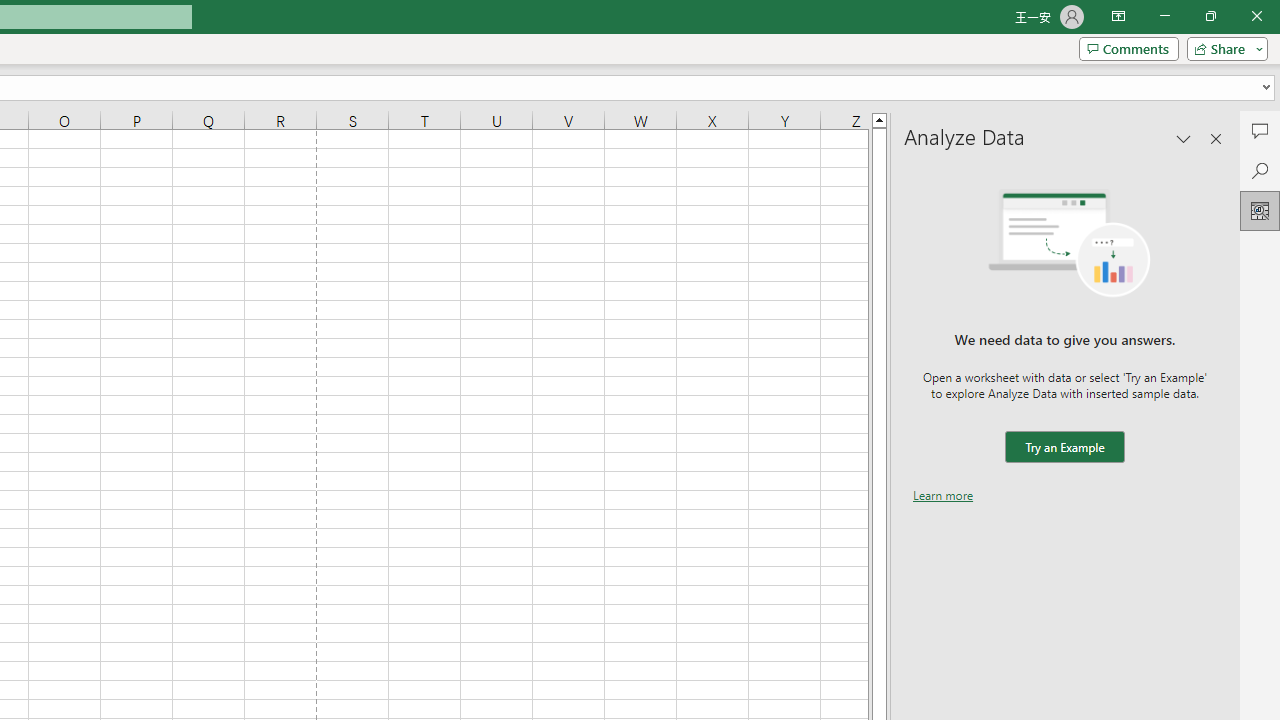  I want to click on 'Task Pane Options', so click(1184, 137).